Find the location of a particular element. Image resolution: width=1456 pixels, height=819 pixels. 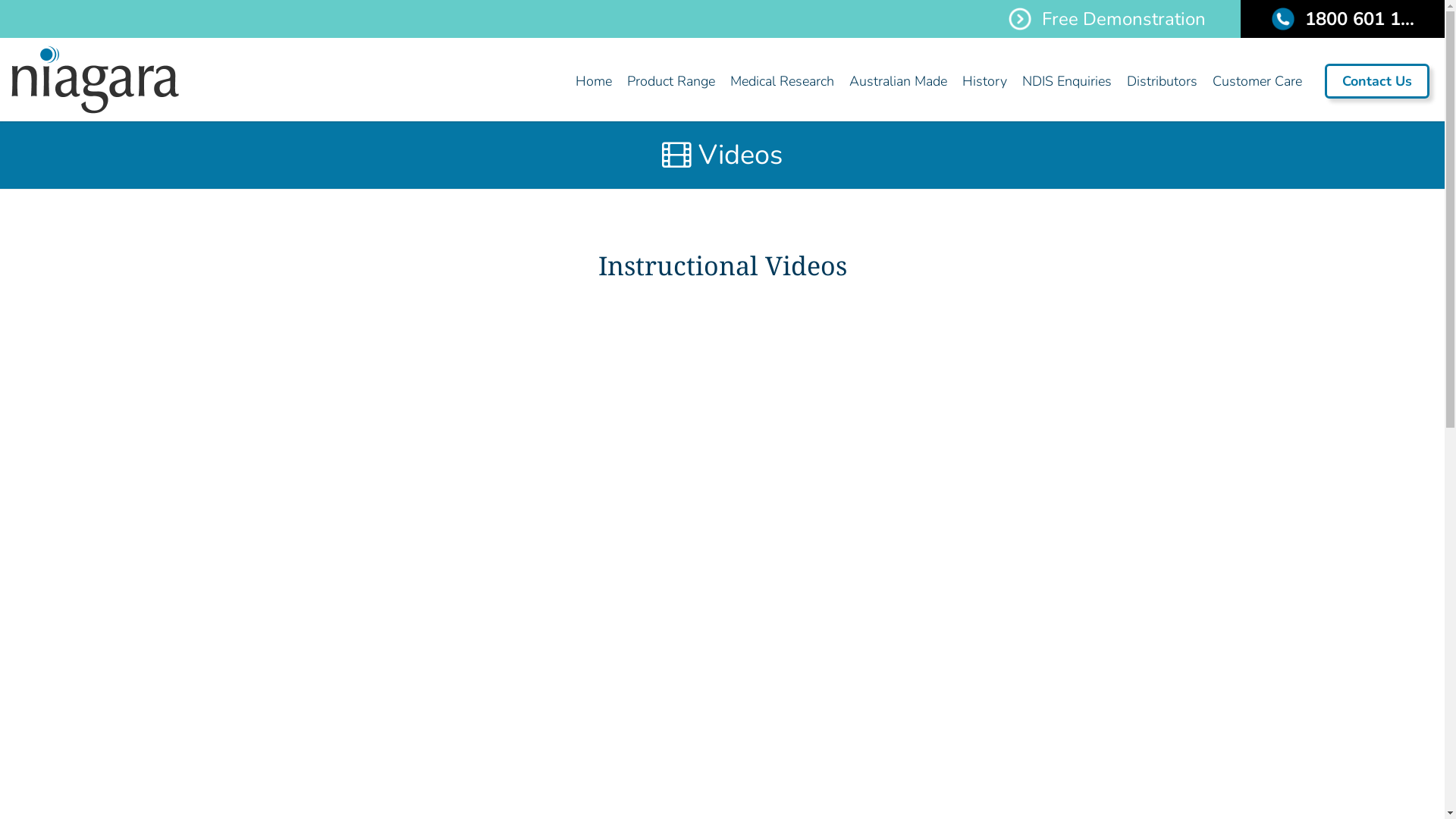

'Customer Care' is located at coordinates (1203, 81).